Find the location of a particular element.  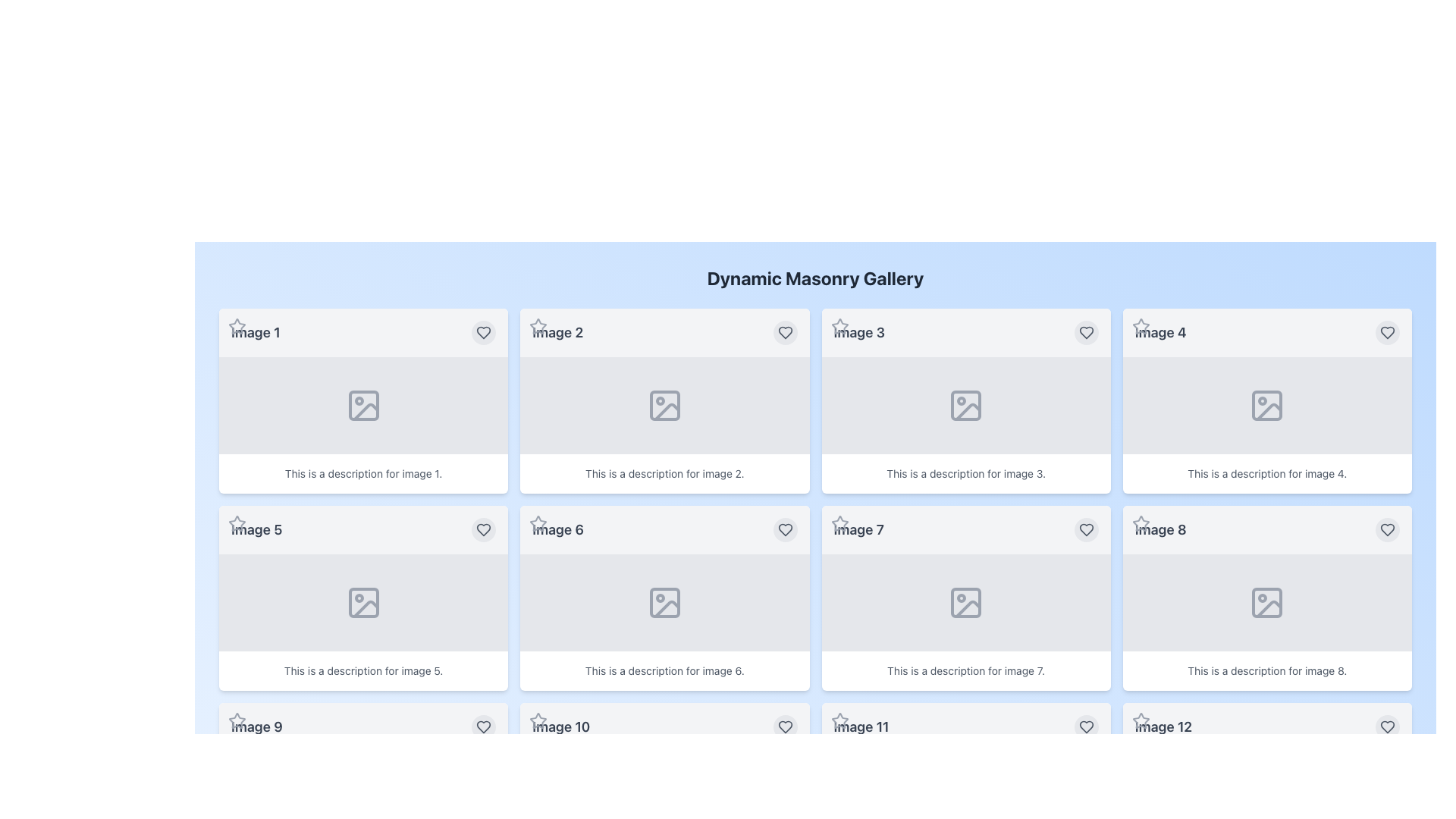

the image placeholder element, which has a light gray background and a centered photo frame icon, located in the first image card under the title 'Image 1' is located at coordinates (362, 405).